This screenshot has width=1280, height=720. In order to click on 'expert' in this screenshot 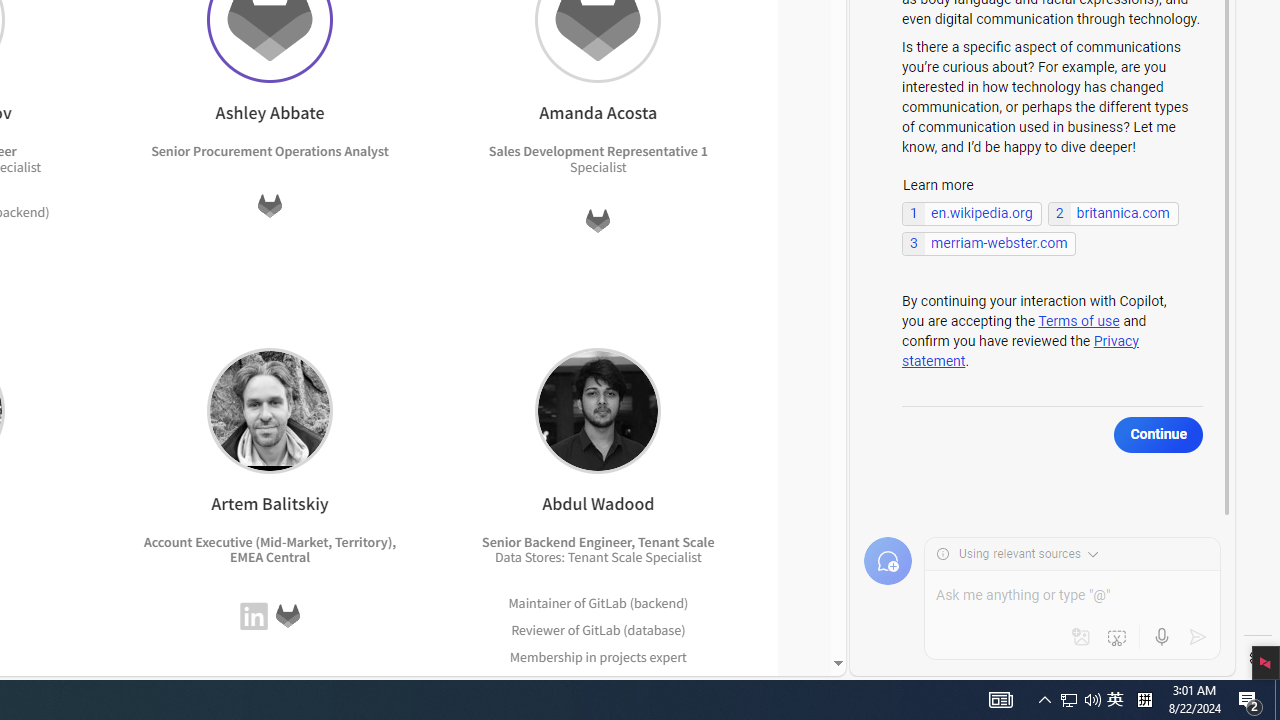, I will do `click(664, 682)`.